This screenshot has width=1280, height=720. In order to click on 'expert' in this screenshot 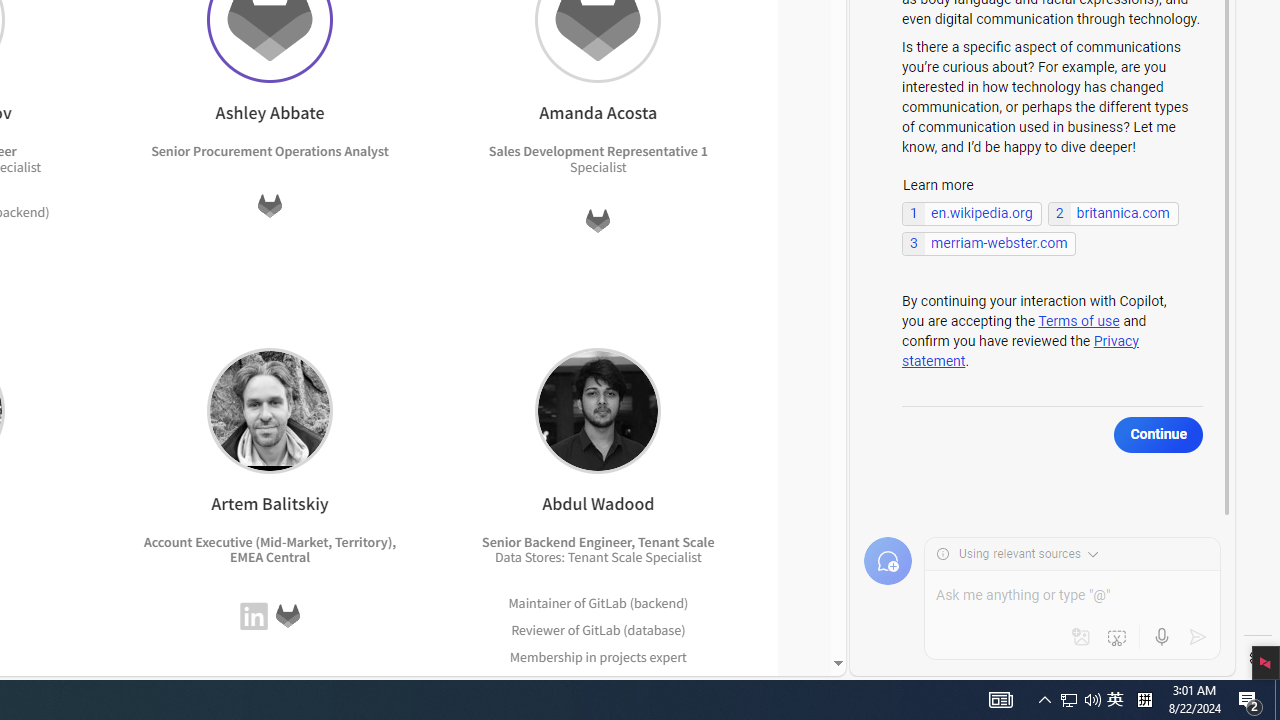, I will do `click(664, 682)`.